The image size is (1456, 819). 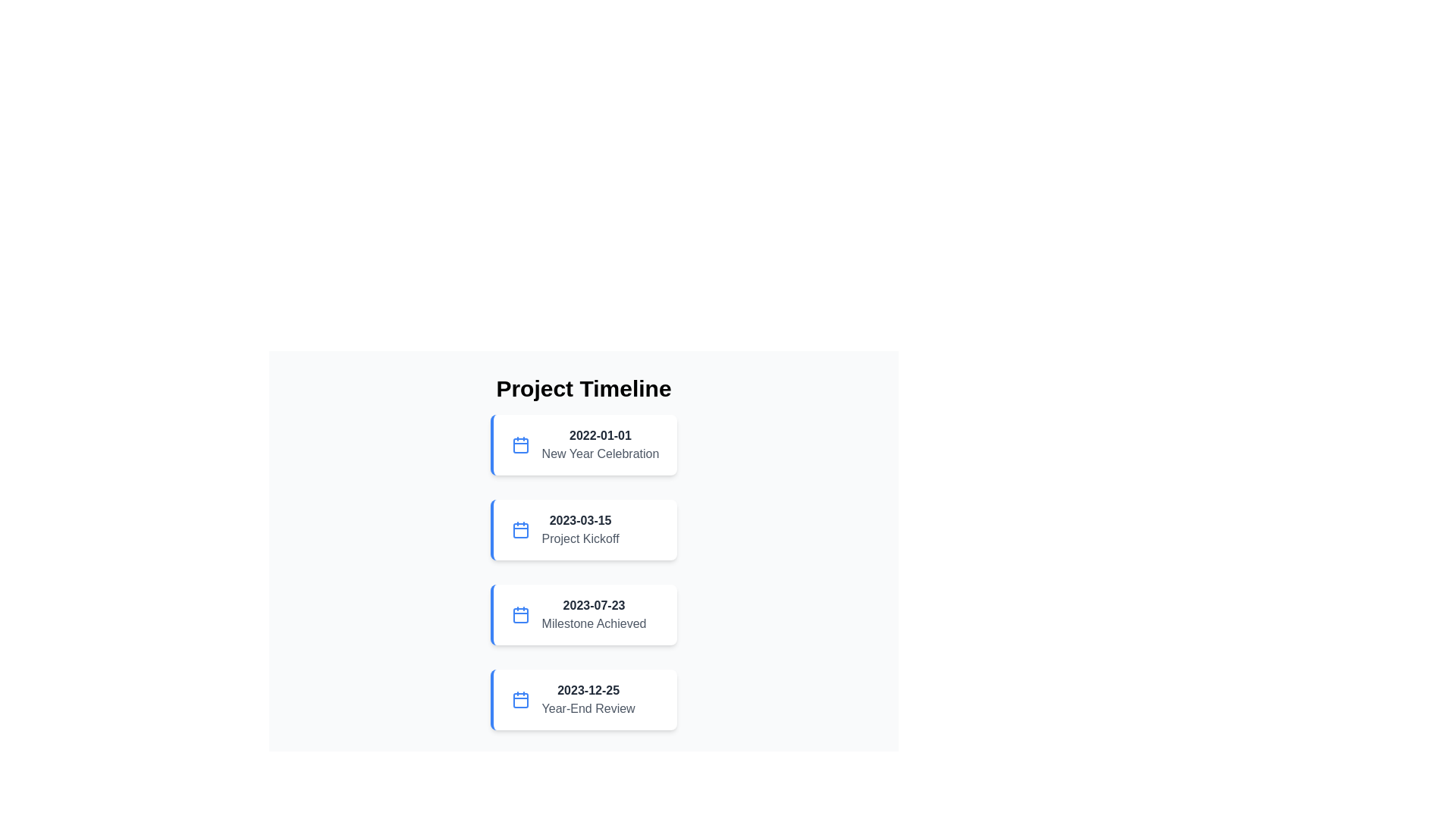 I want to click on the visual highlight element represented by a small rectangle with rounded corners located inside the third calendar icon of the 'Project Timeline' interface, so click(x=520, y=616).